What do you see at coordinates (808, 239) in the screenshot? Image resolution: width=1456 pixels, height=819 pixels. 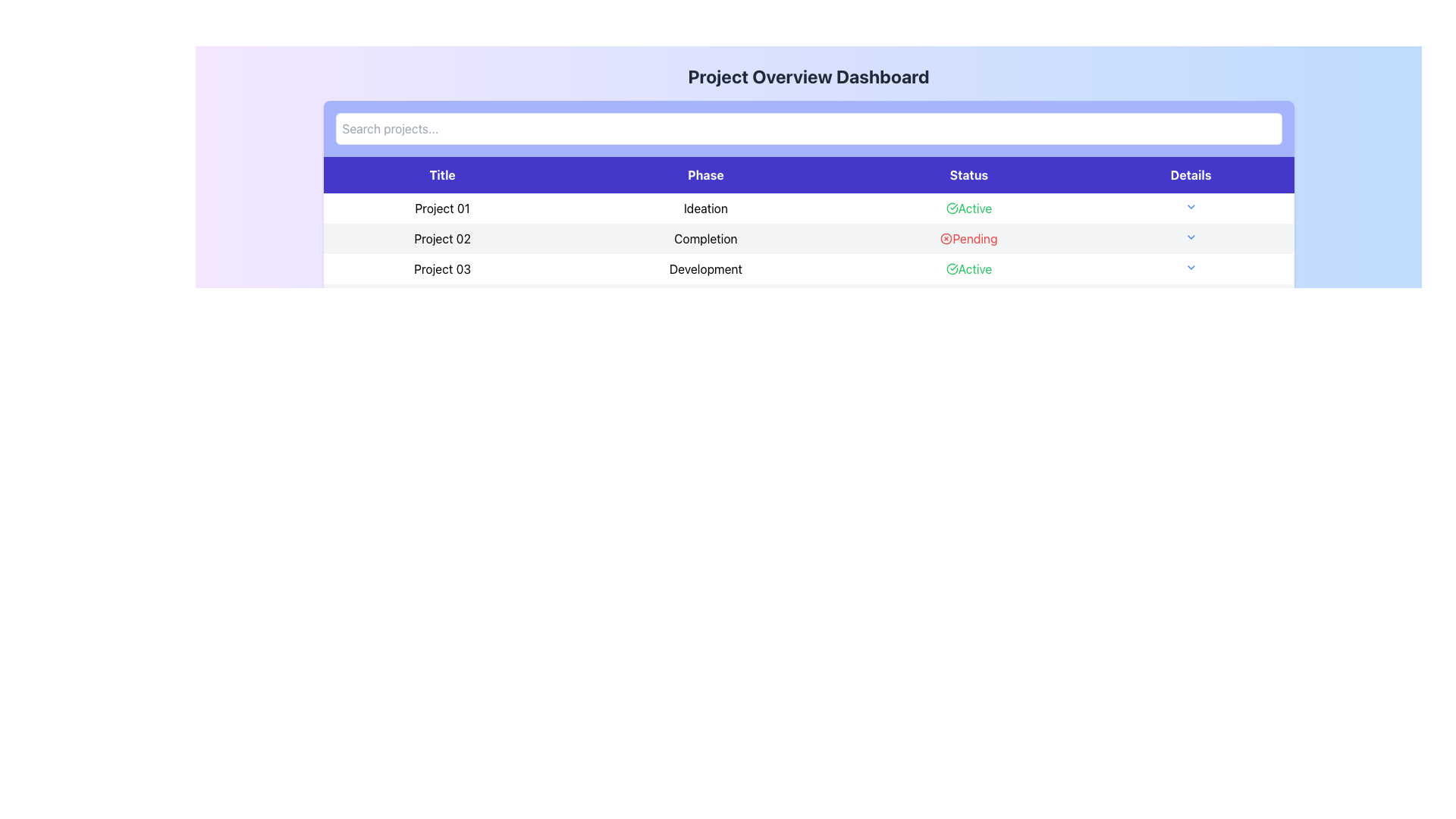 I see `the second row of the project management dashboard table, which displays the project title, current phase, and status` at bounding box center [808, 239].